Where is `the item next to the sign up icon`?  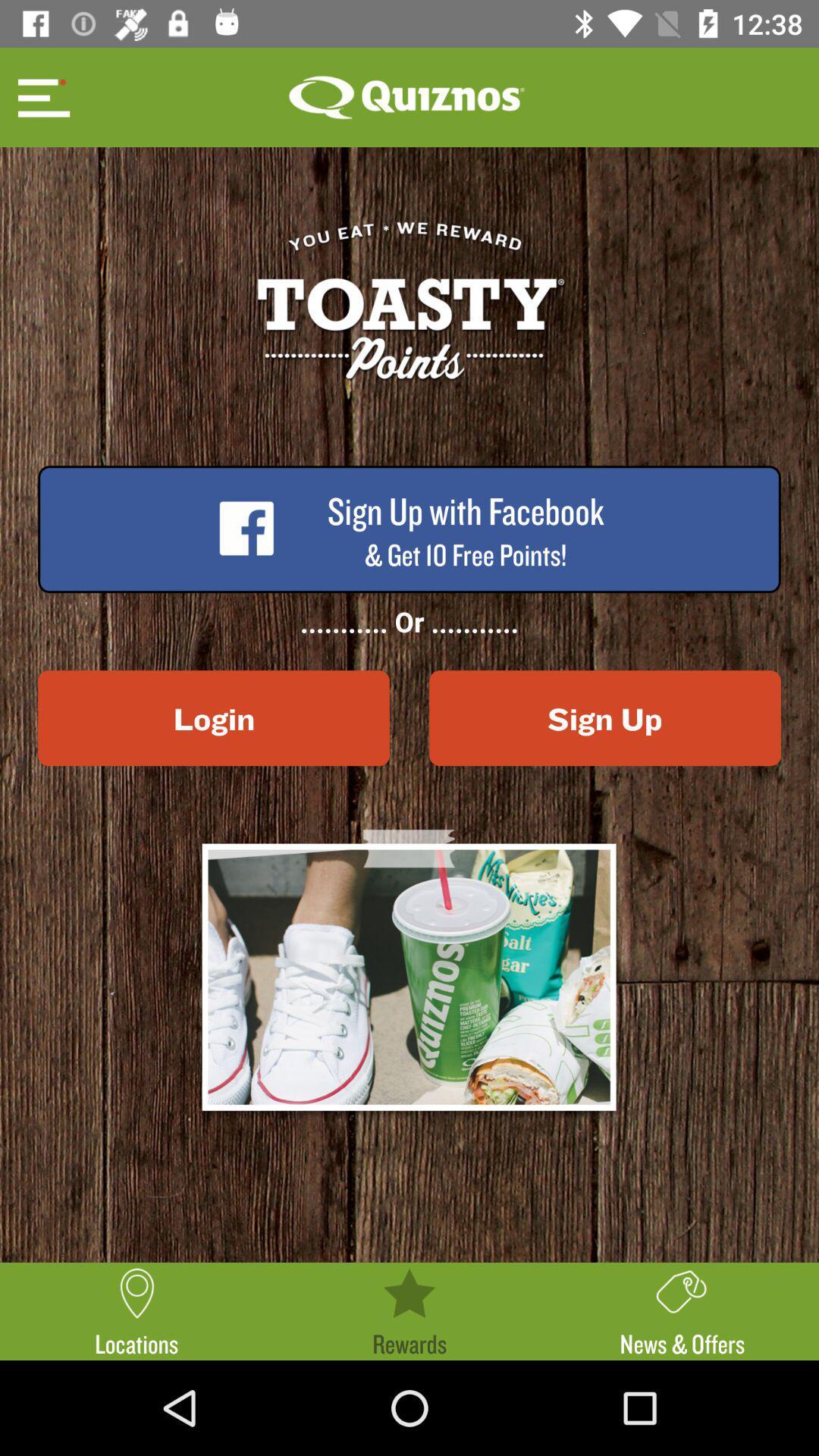
the item next to the sign up icon is located at coordinates (213, 717).